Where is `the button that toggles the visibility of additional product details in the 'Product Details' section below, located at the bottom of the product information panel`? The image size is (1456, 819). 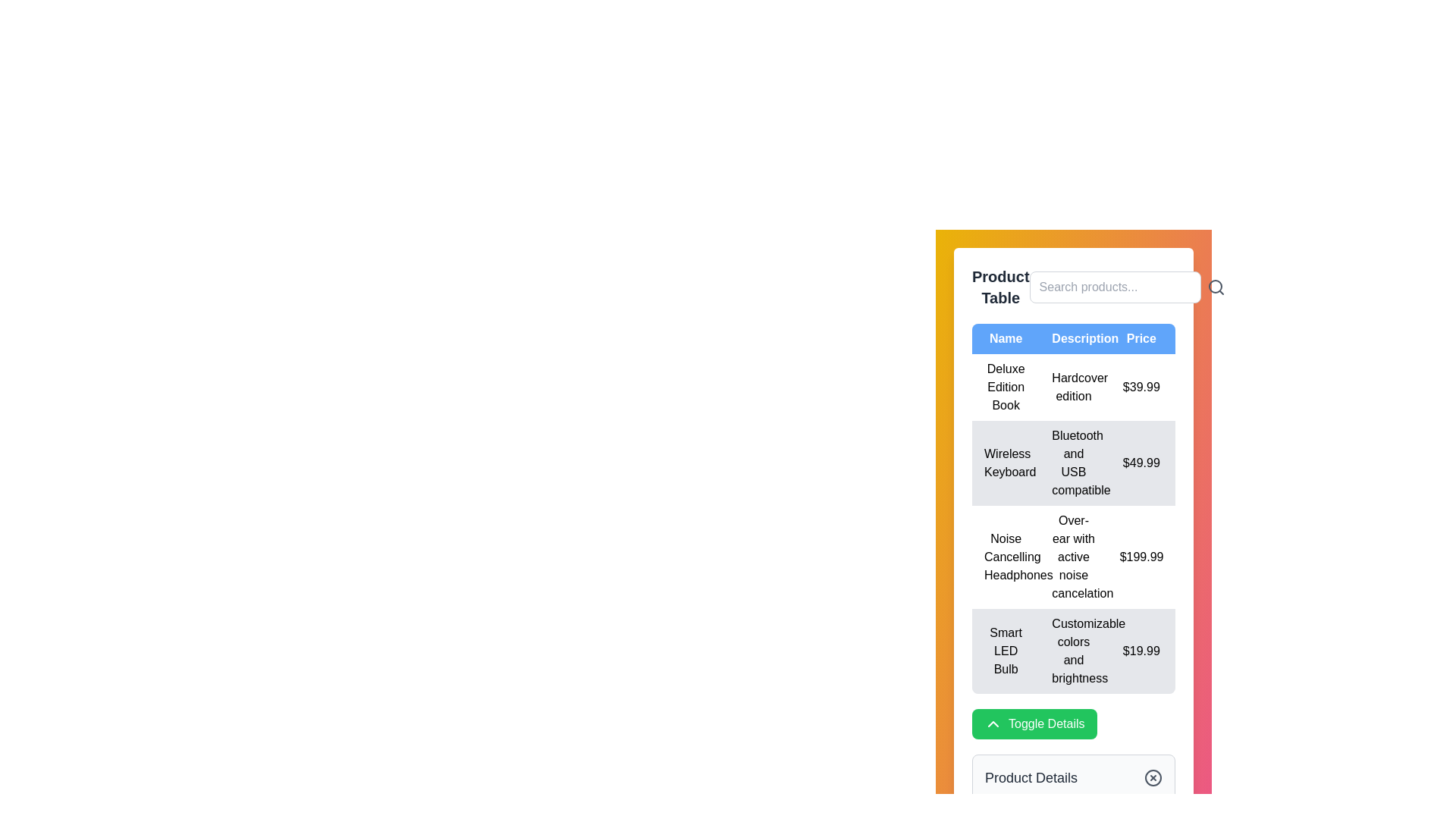 the button that toggles the visibility of additional product details in the 'Product Details' section below, located at the bottom of the product information panel is located at coordinates (1034, 723).